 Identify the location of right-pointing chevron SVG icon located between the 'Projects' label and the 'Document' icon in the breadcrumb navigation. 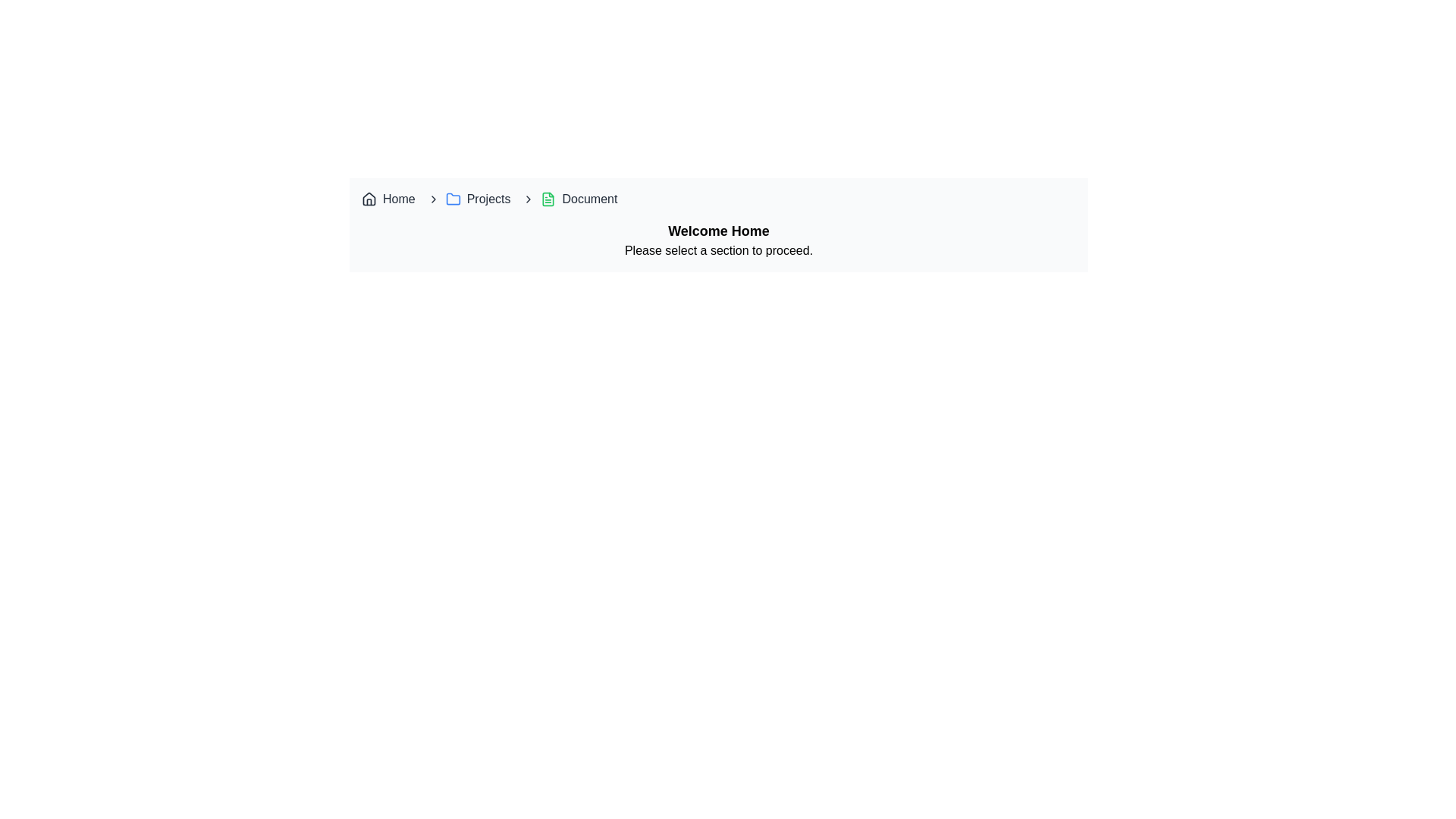
(529, 198).